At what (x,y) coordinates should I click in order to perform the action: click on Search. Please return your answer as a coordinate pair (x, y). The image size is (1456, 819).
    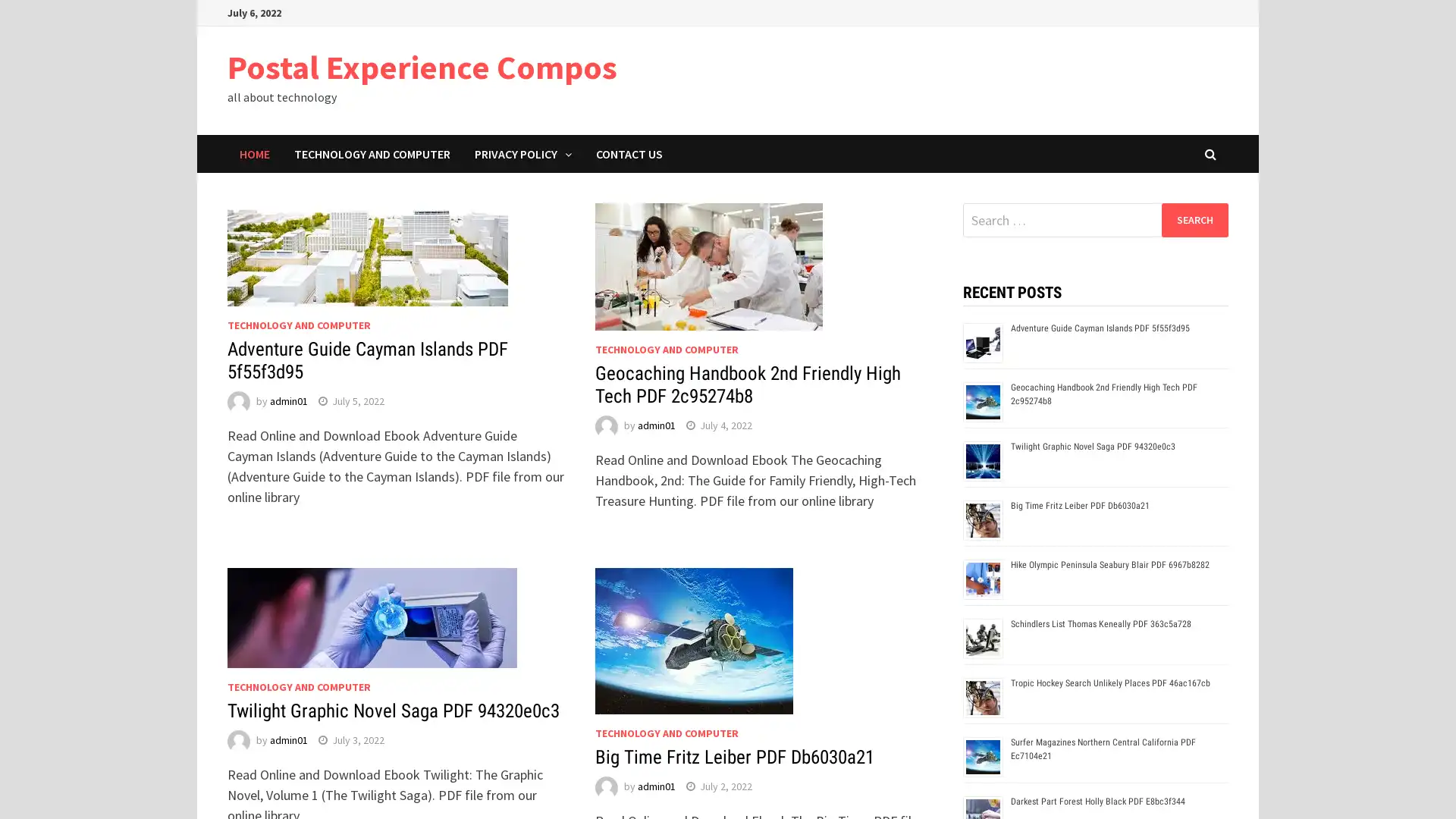
    Looking at the image, I should click on (1194, 219).